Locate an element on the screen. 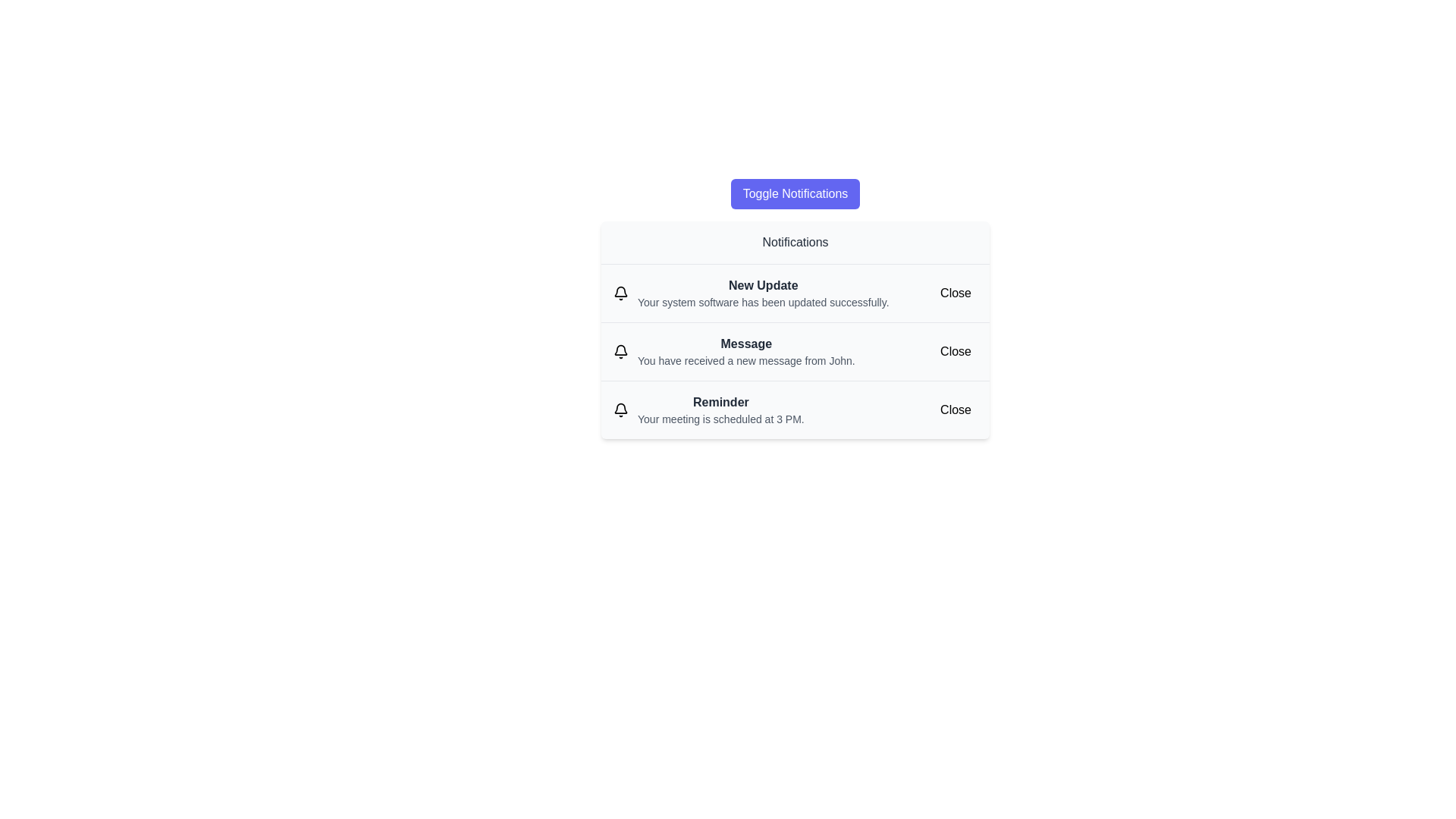  the 'Close' button, which is styled with a rounded edge and located on the far right of the notification titled 'New Update' is located at coordinates (955, 293).